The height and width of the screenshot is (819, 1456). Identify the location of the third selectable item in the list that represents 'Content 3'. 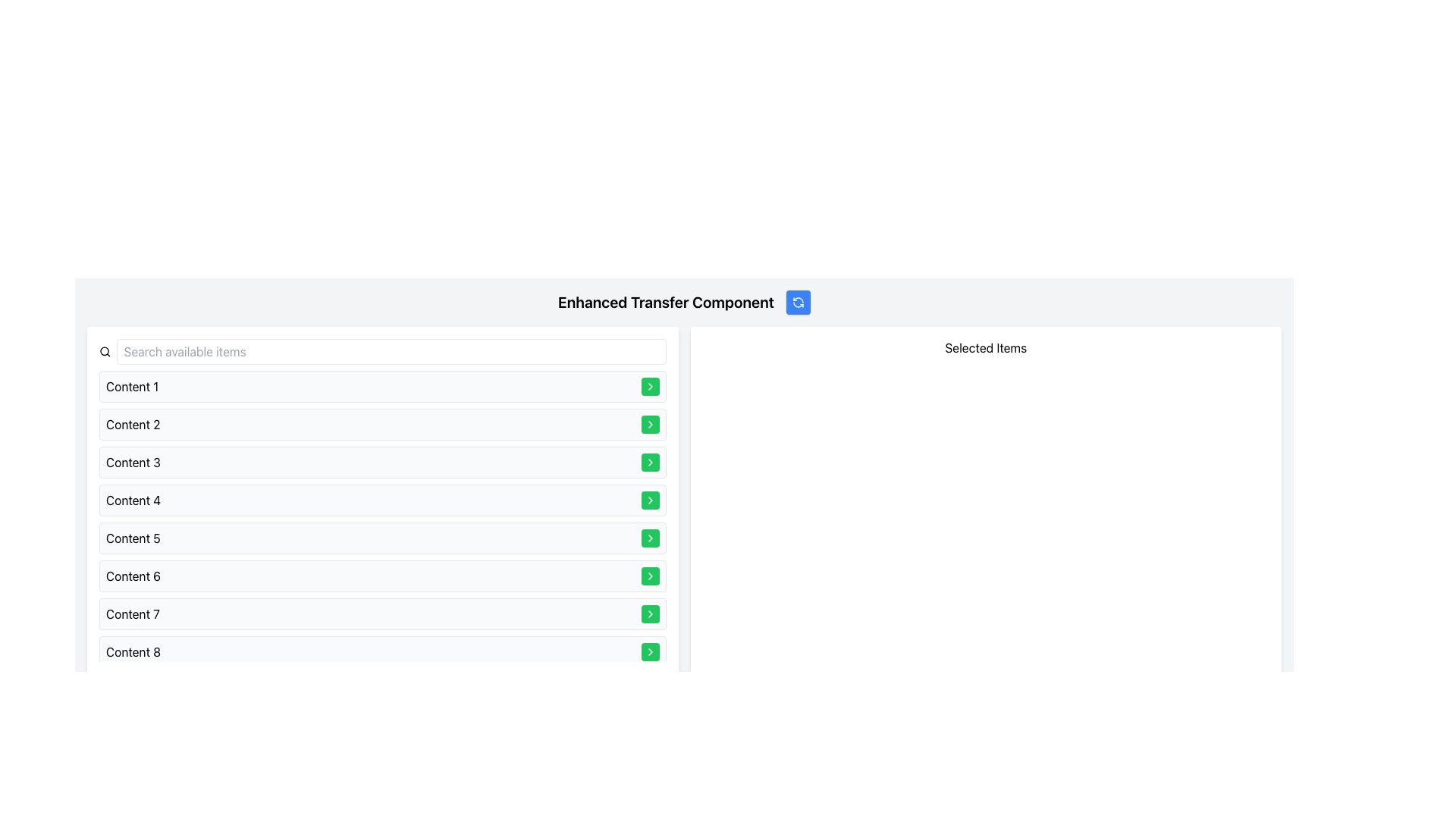
(382, 461).